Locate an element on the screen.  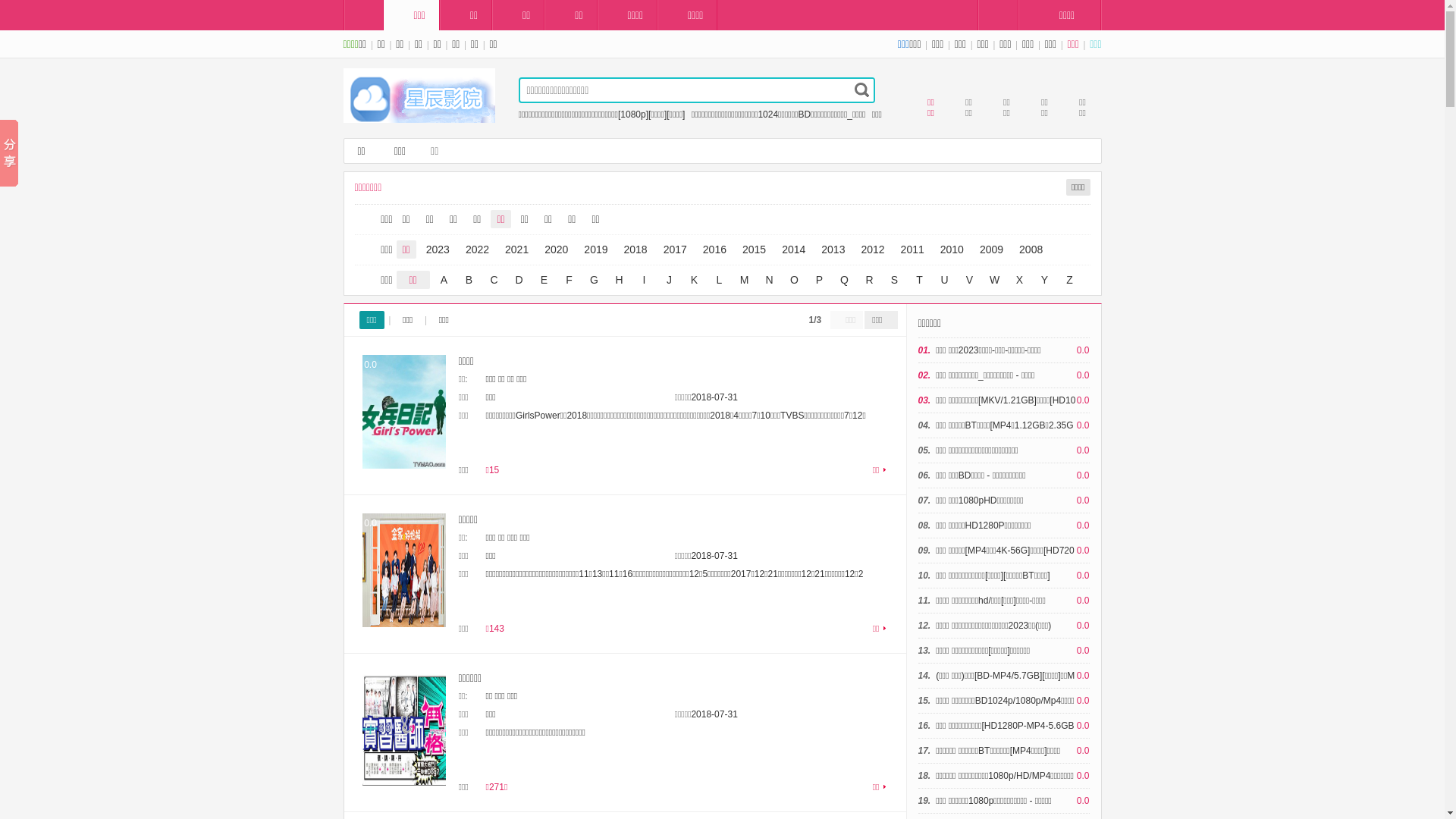
'W' is located at coordinates (994, 280).